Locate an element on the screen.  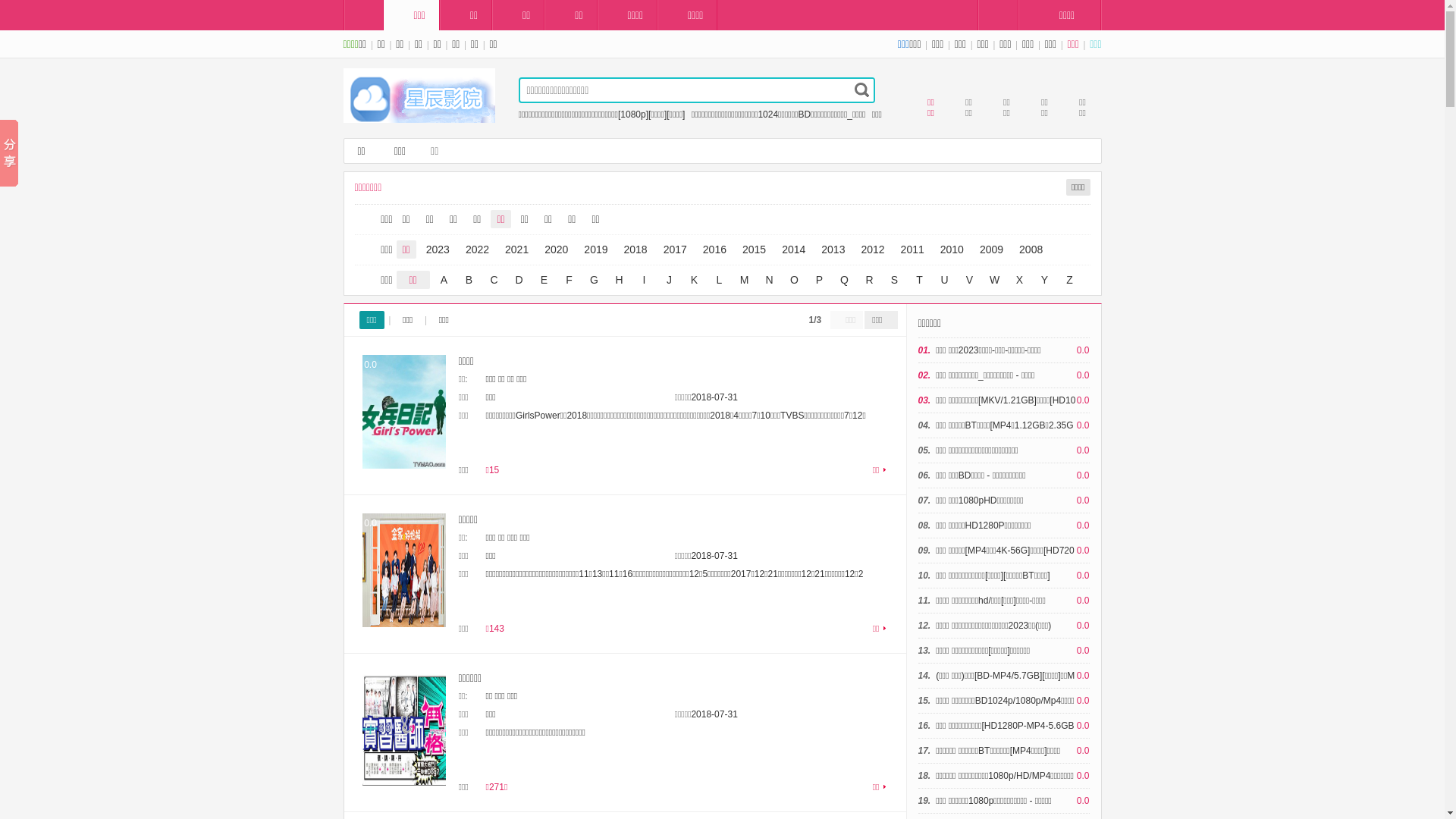
'W' is located at coordinates (994, 280).